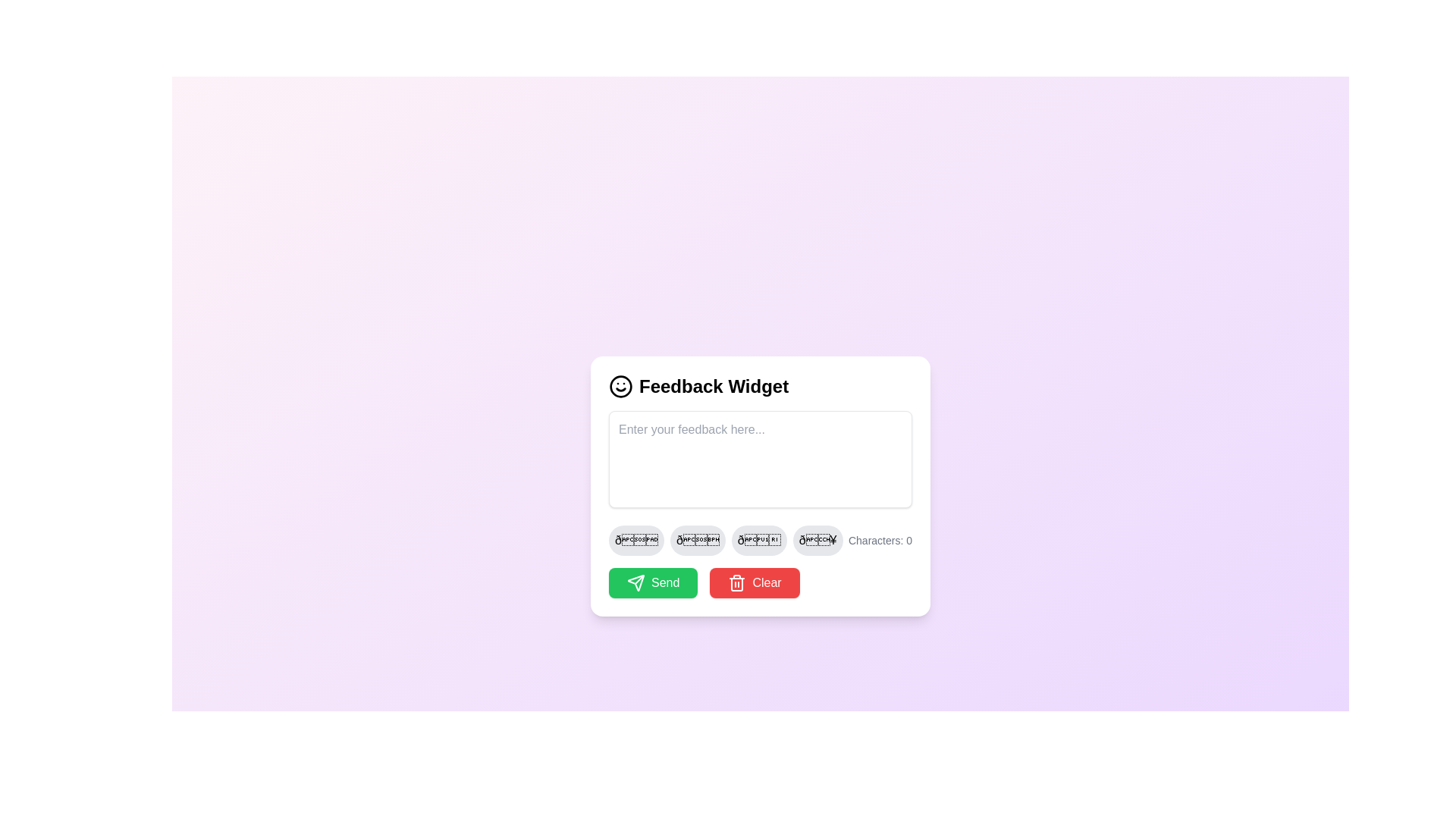  I want to click on one of the emoji buttons in the button group located below the main text input area, which has a rounded gray background and is horizontally aligned, so click(725, 539).